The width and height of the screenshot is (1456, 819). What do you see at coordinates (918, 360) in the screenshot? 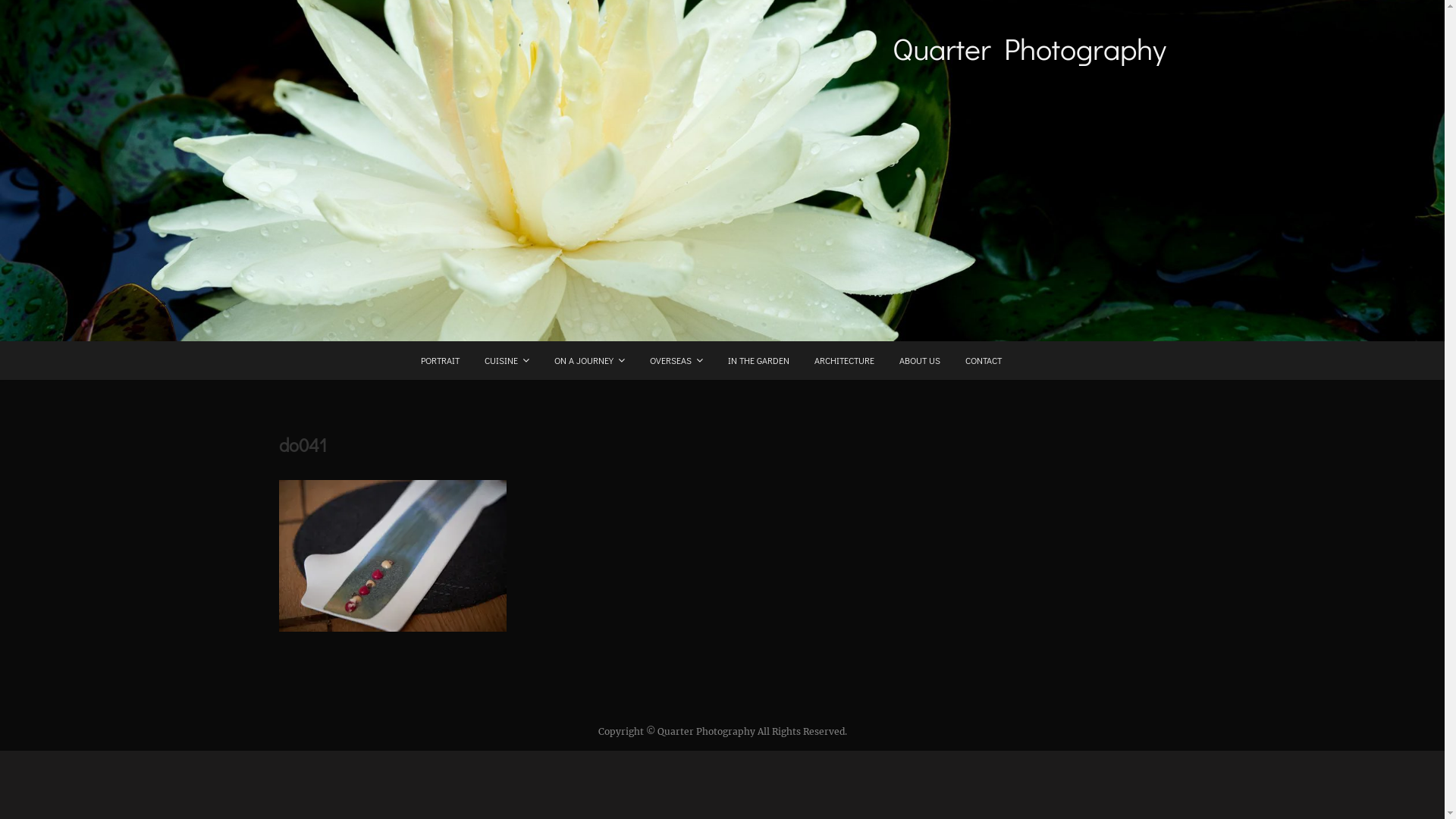
I see `'ABOUT US'` at bounding box center [918, 360].